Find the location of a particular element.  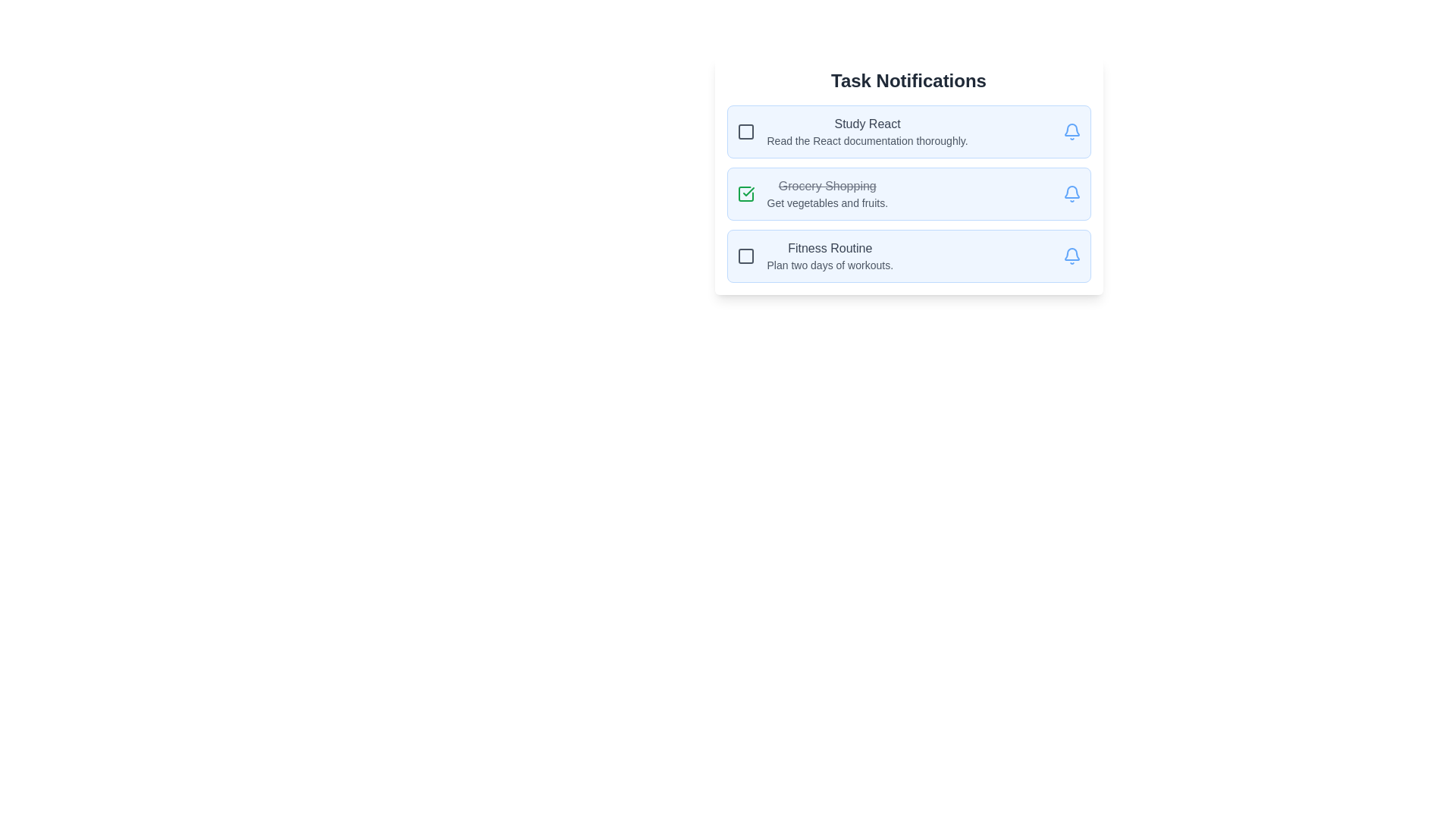

the checkbox icon of the 'Fitness Routine' notification item to mark the task as completed is located at coordinates (814, 256).